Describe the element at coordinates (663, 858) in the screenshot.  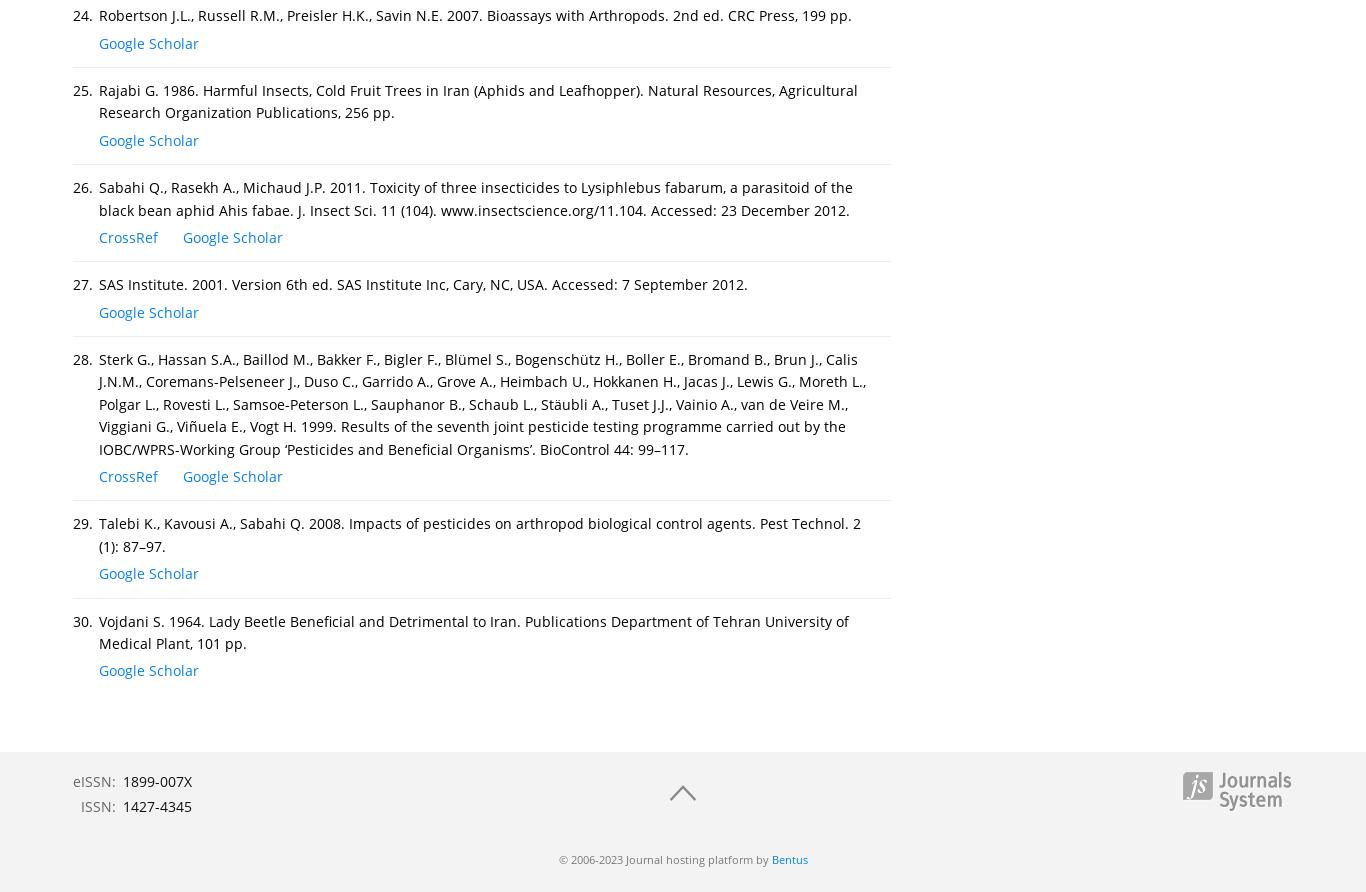
I see `'© 2006-2023 Journal hosting platform by'` at that location.